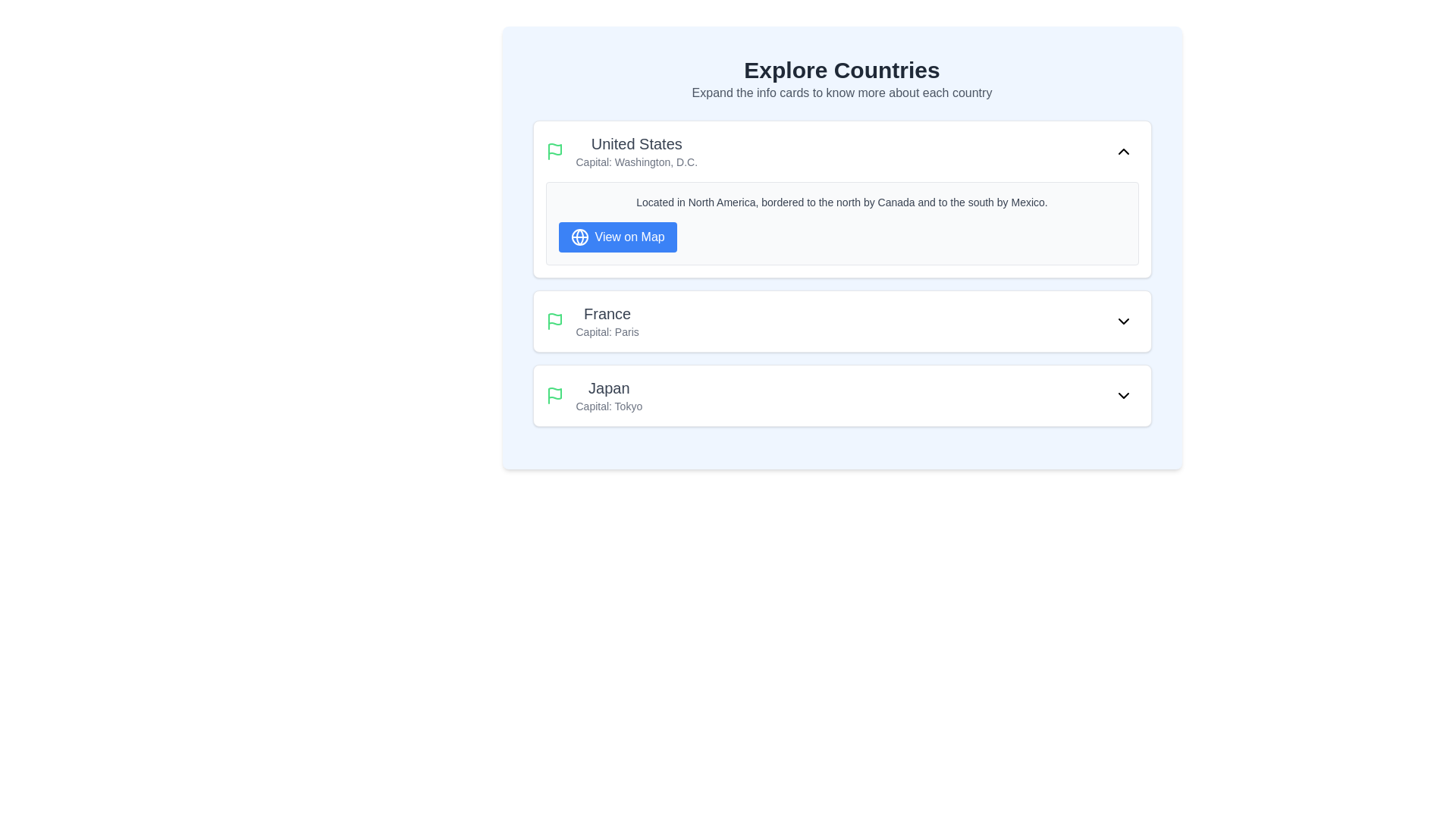 This screenshot has width=1456, height=819. Describe the element at coordinates (579, 237) in the screenshot. I see `the globe icon representing the 'View on Map' functionality, located within the button in the 'United States' section` at that location.